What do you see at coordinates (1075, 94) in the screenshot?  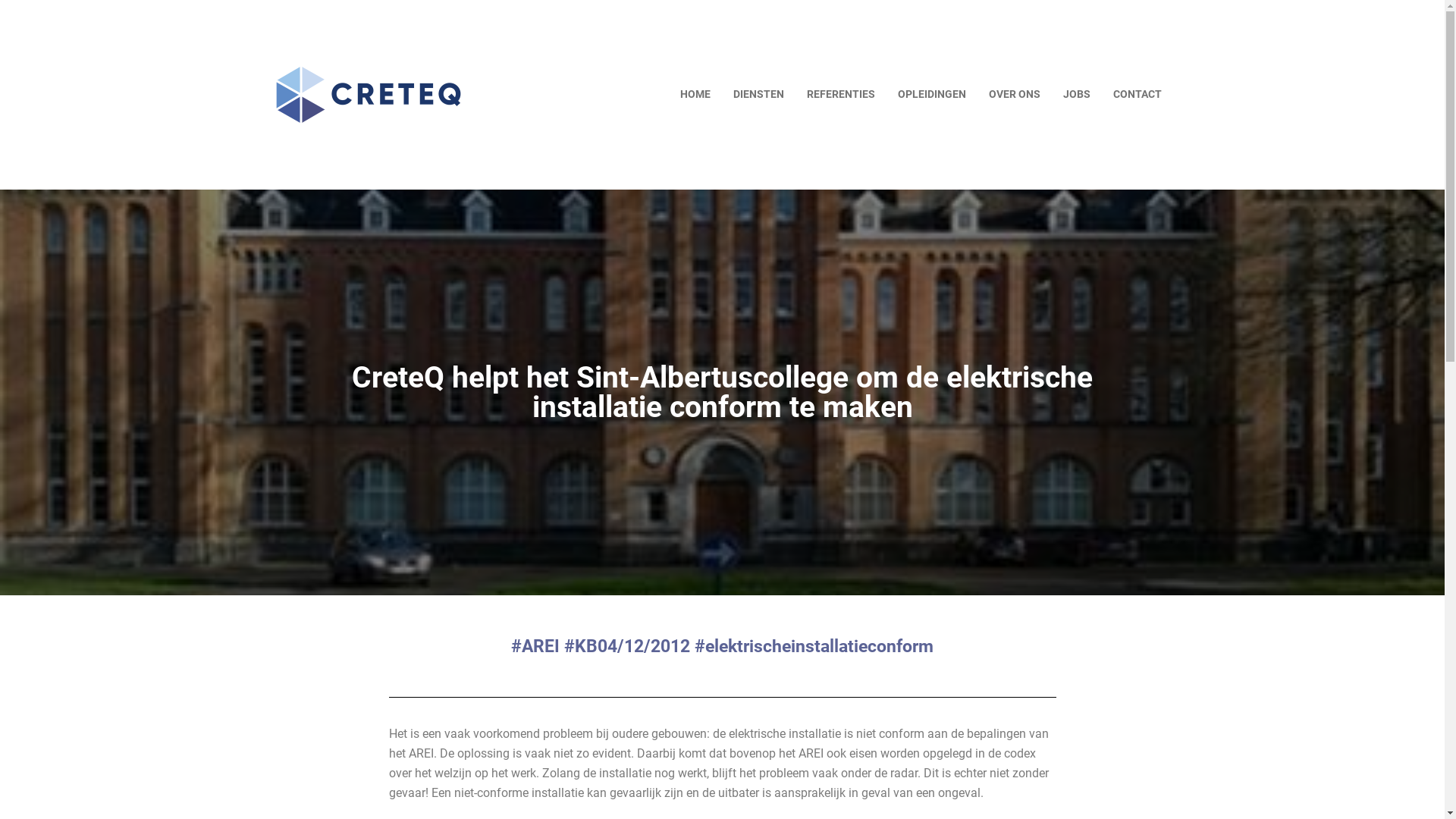 I see `'JOBS'` at bounding box center [1075, 94].